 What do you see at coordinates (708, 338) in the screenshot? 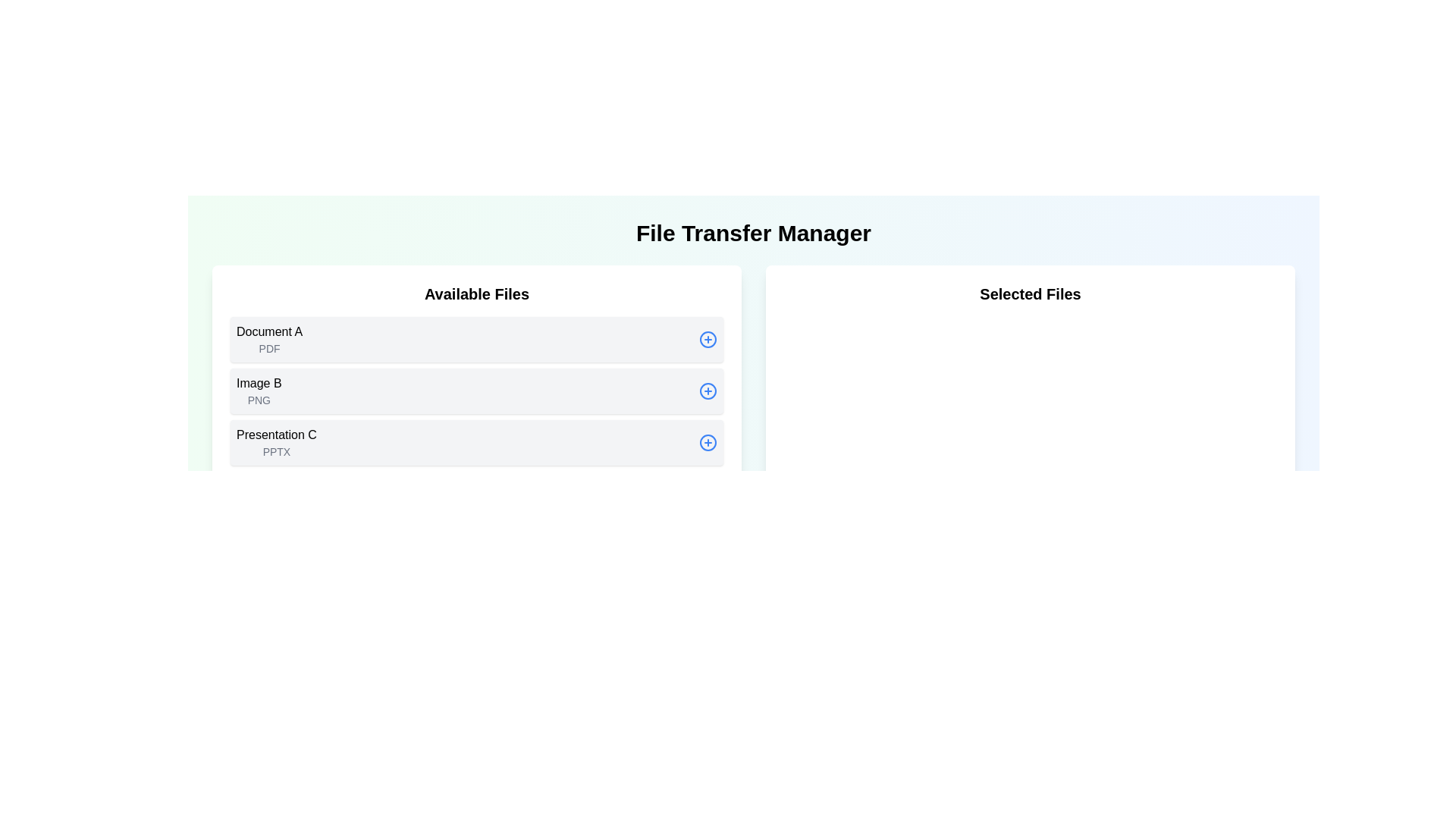
I see `the circular button with a blue outline and a blue plus symbol (+)` at bounding box center [708, 338].